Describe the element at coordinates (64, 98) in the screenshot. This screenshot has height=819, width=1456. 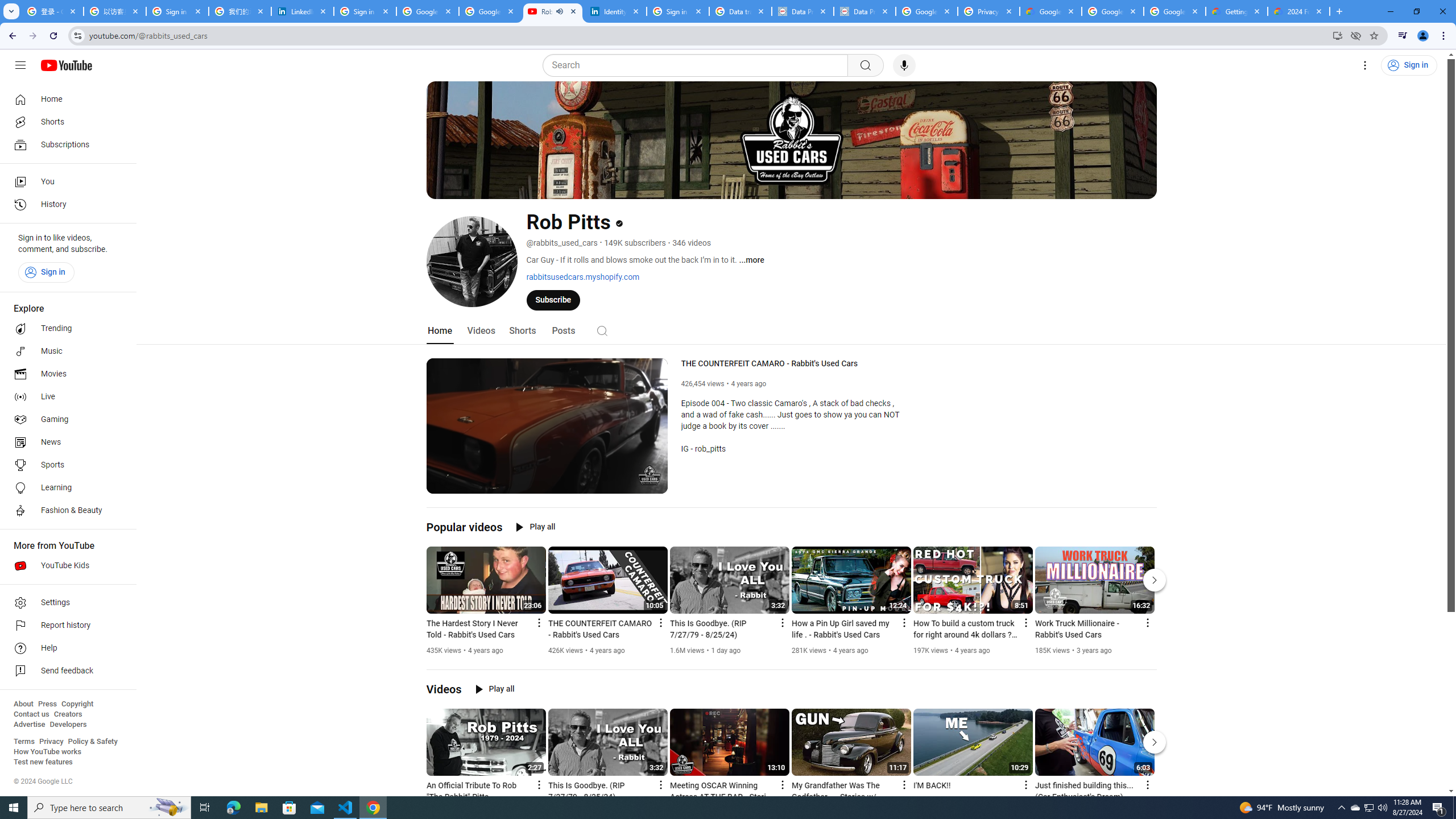
I see `'Home'` at that location.